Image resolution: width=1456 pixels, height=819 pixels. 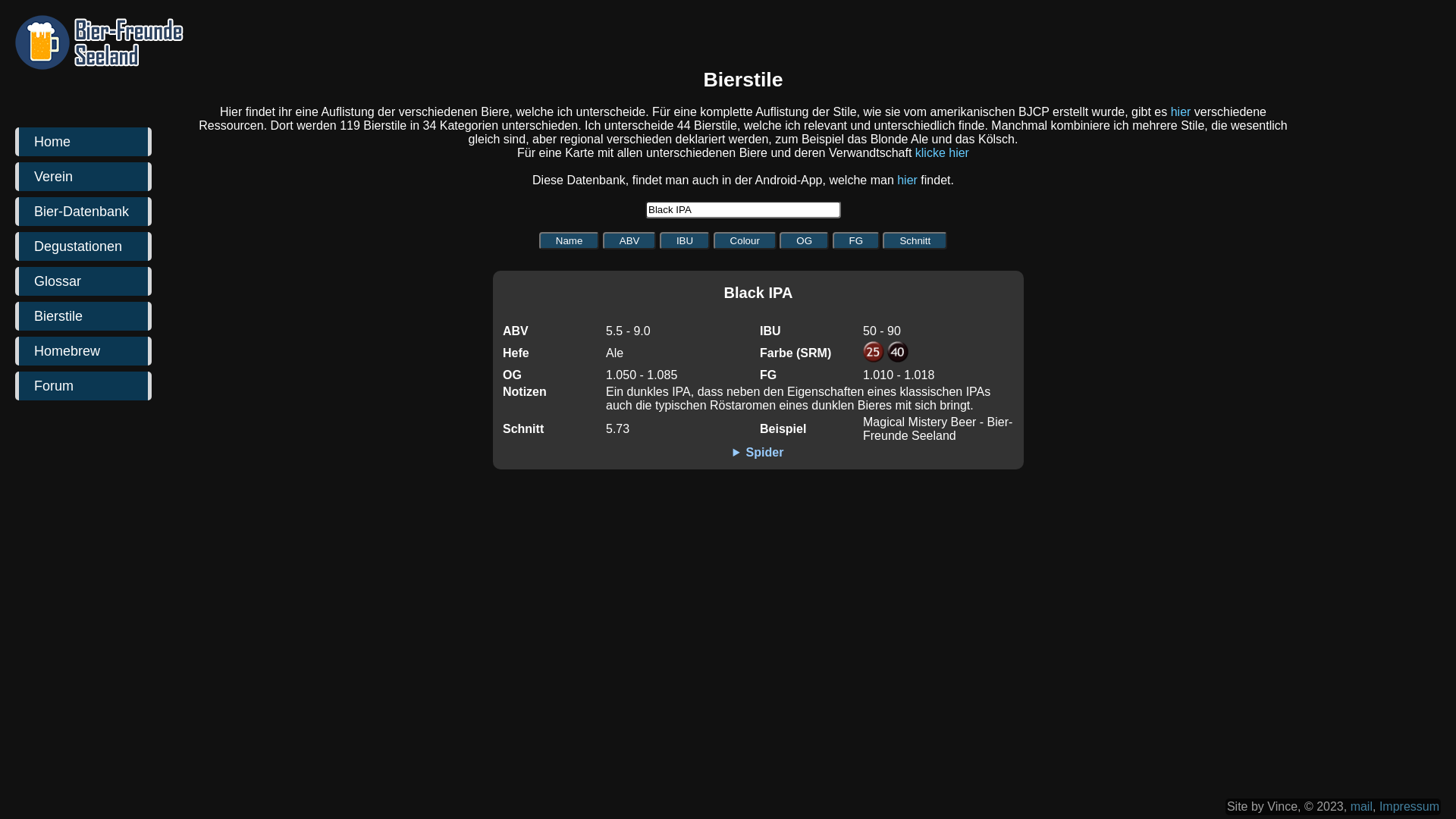 I want to click on 'OG', so click(x=779, y=240).